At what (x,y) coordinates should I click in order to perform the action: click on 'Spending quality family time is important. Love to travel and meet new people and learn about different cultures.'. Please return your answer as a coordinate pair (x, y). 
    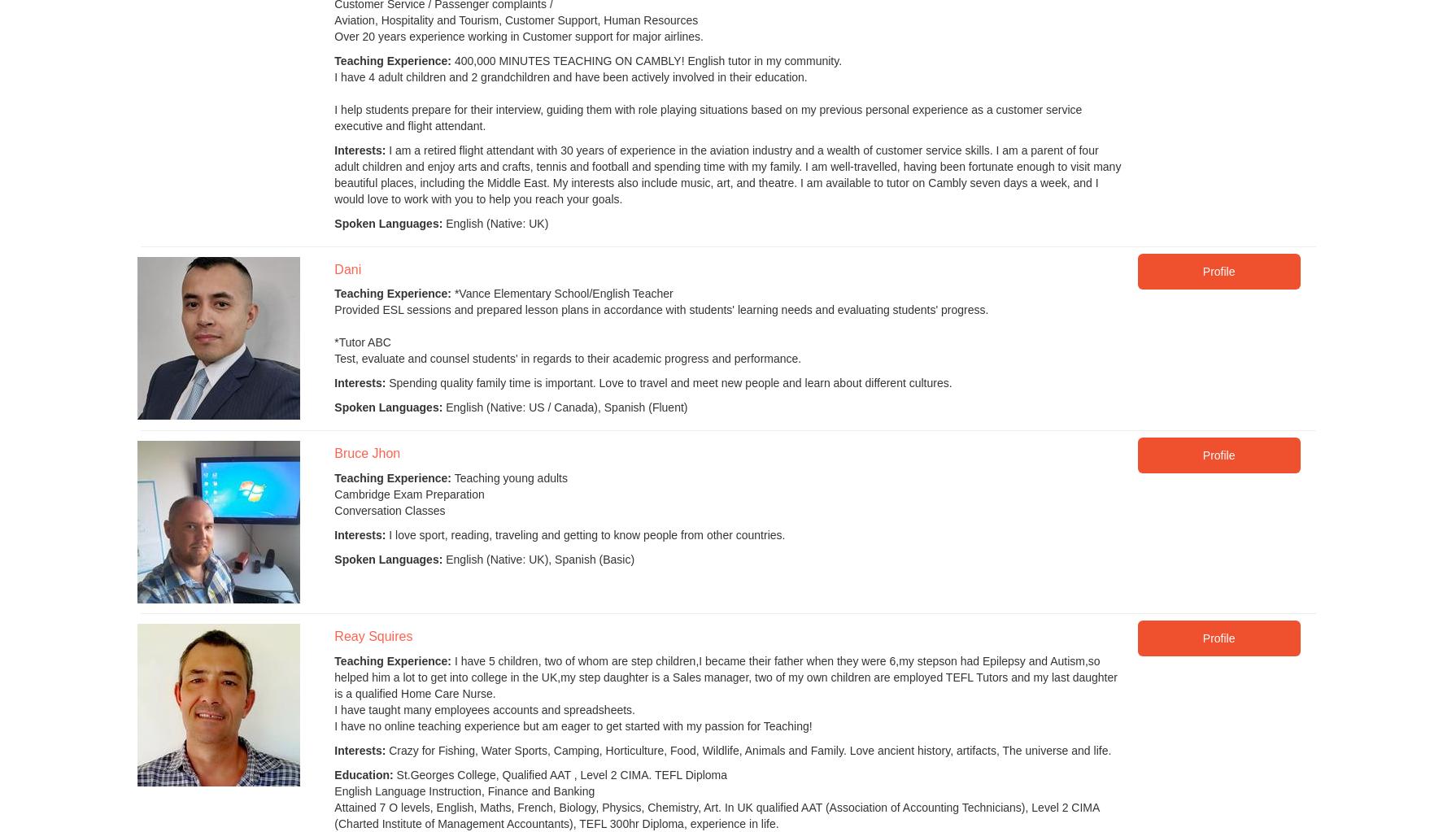
    Looking at the image, I should click on (384, 381).